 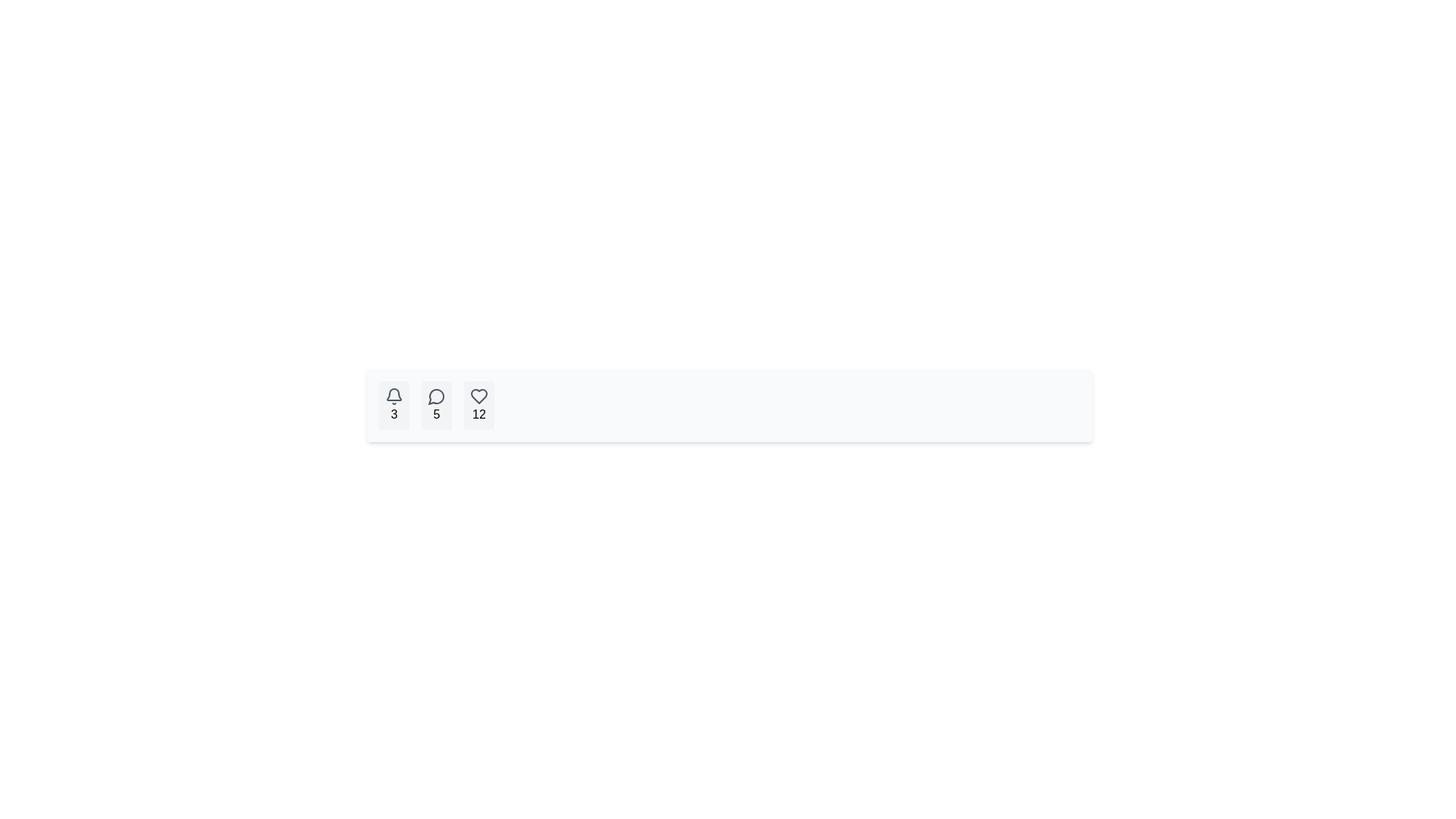 I want to click on the indicator element that displays the count of comments or messages, positioned between a bell icon with '3' and a heart icon with '12', so click(x=436, y=405).